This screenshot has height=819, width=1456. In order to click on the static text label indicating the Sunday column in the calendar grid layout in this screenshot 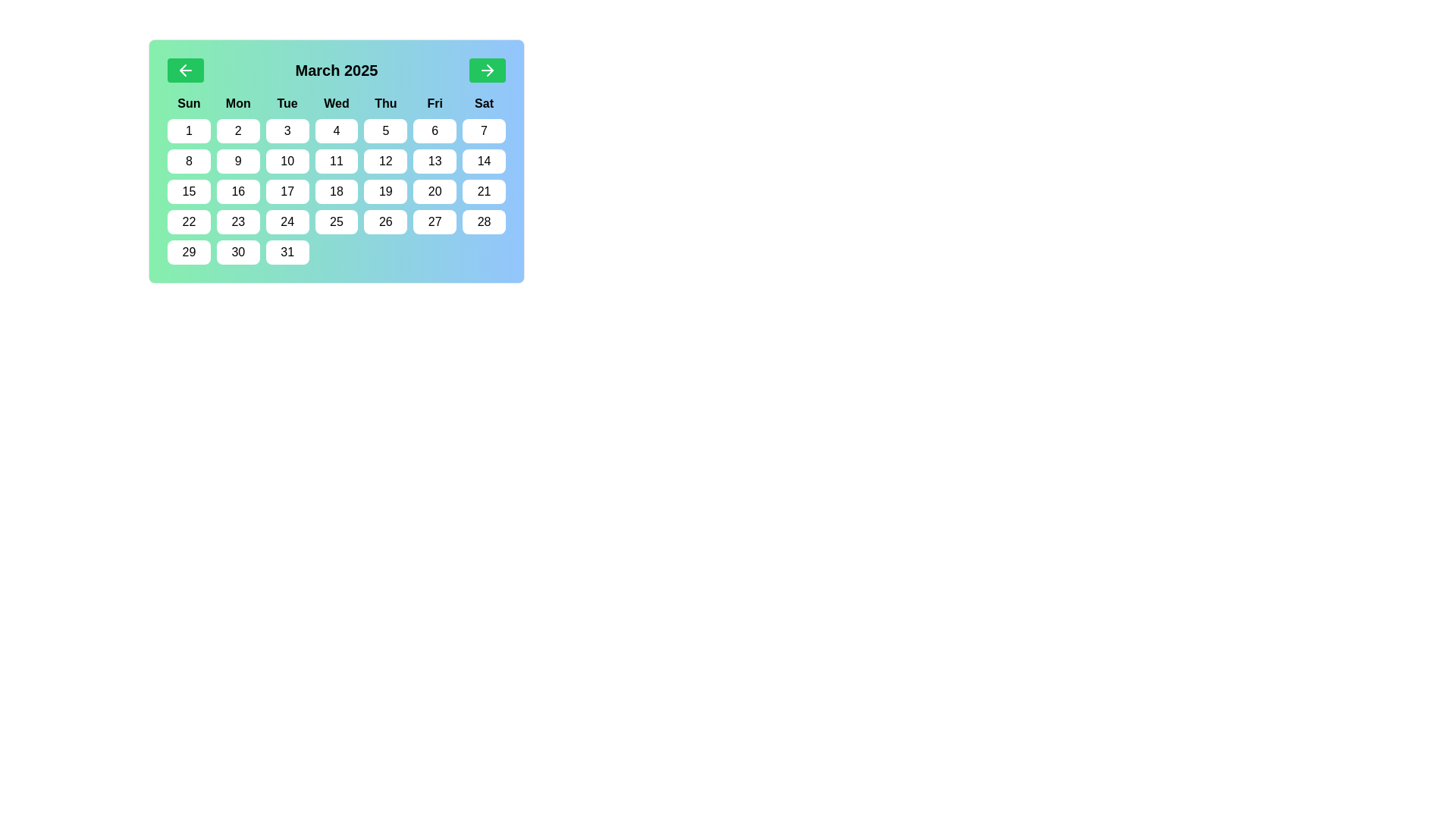, I will do `click(188, 103)`.